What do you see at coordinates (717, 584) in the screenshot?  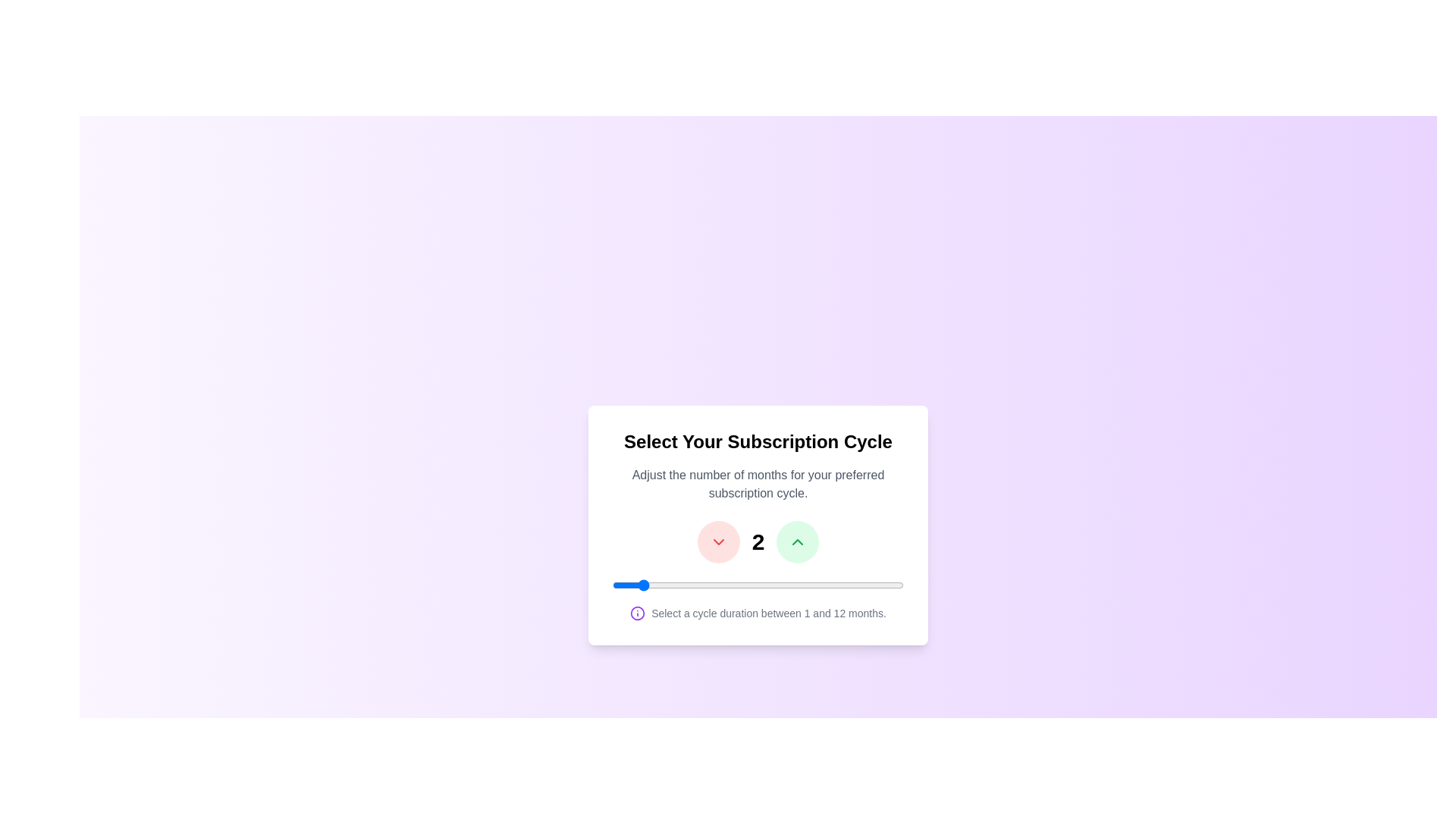 I see `the subscription duration` at bounding box center [717, 584].